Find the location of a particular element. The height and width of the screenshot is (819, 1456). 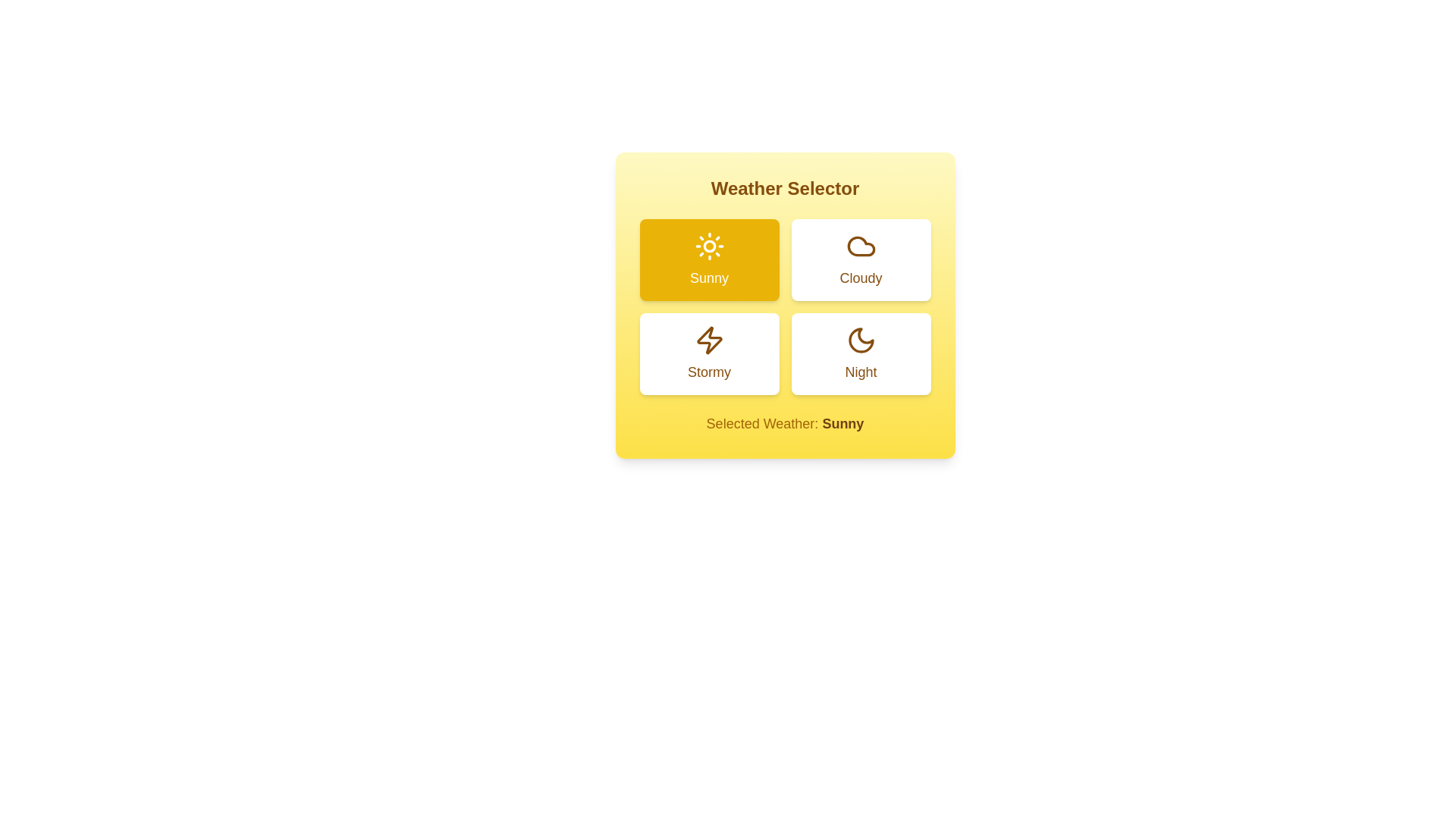

the weather option Night by clicking its corresponding button is located at coordinates (861, 353).